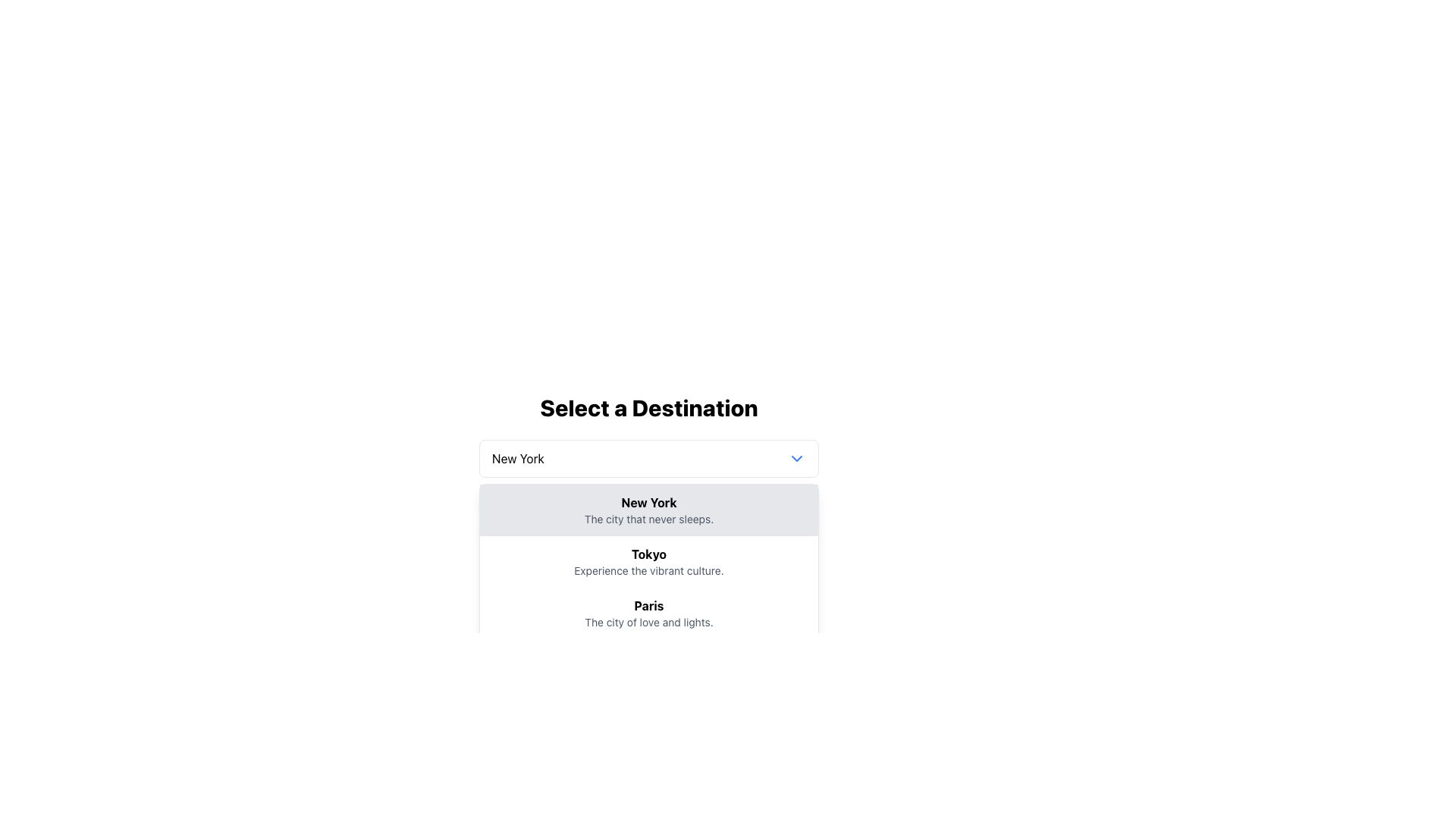 The image size is (1456, 819). I want to click on the third list item in the dropdown menu labeled 'Paris', so click(648, 613).